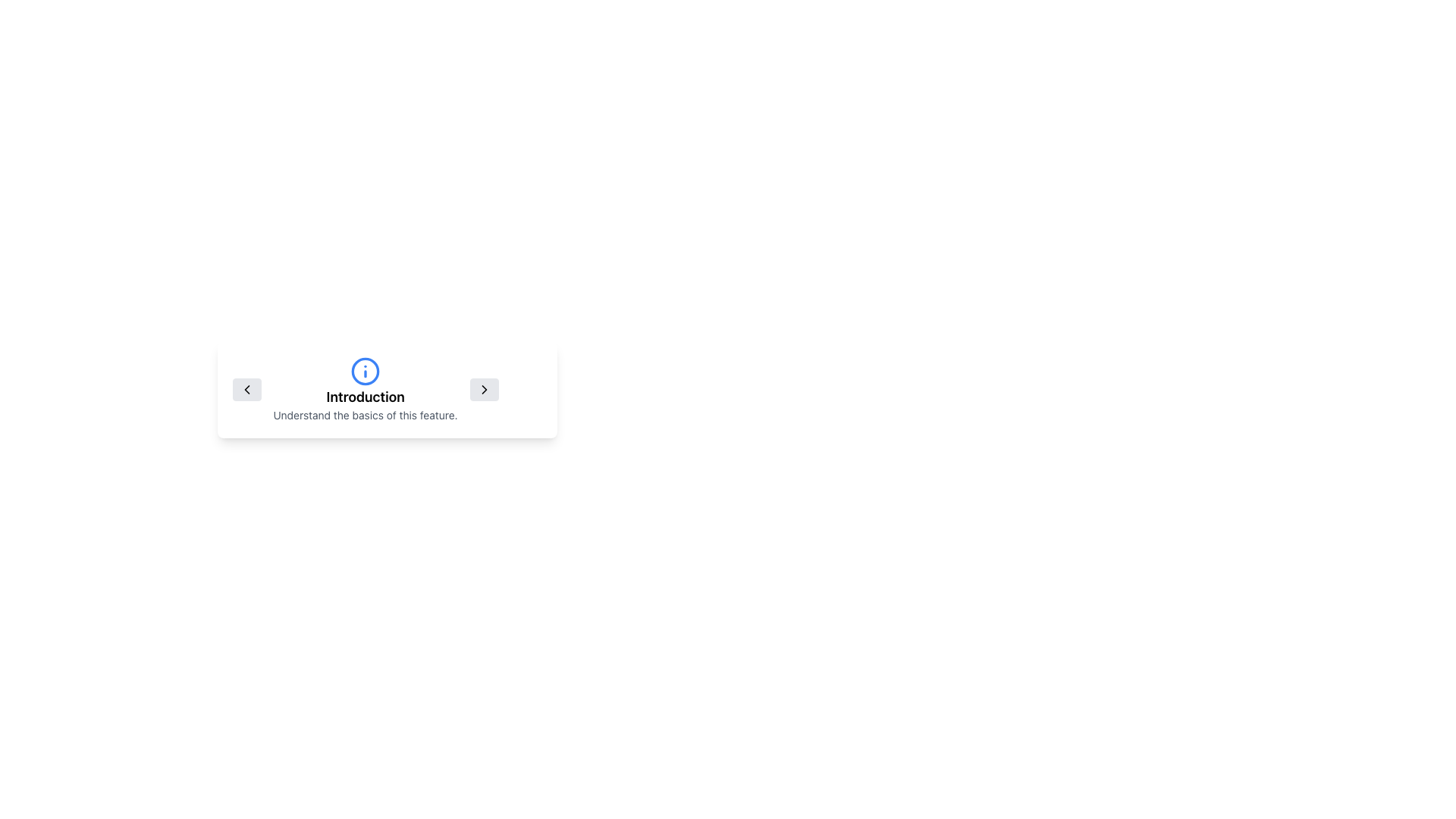 This screenshot has width=1456, height=819. Describe the element at coordinates (366, 371) in the screenshot. I see `the circular icon with a blue border` at that location.